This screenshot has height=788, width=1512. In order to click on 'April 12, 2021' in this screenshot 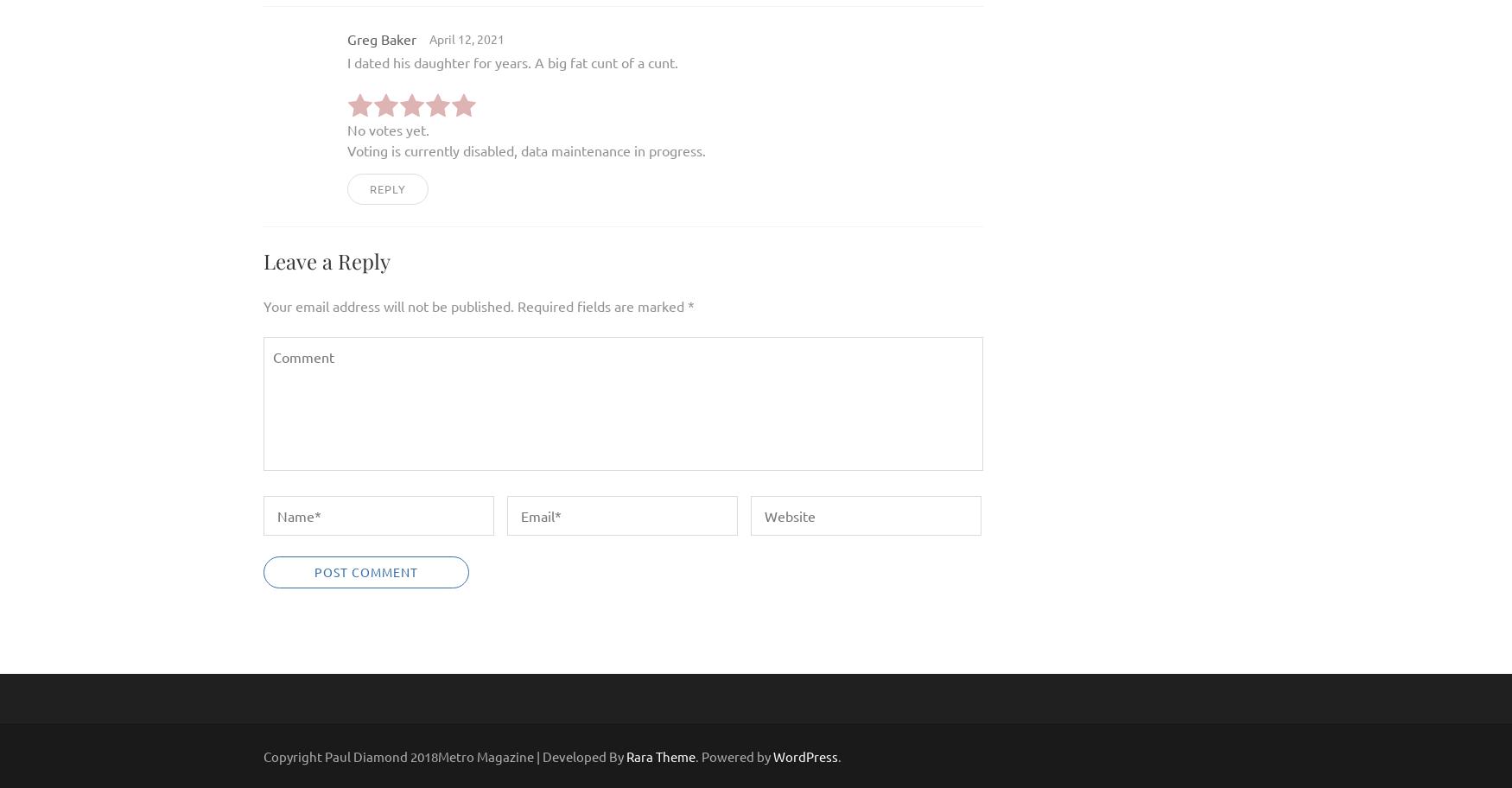, I will do `click(466, 36)`.